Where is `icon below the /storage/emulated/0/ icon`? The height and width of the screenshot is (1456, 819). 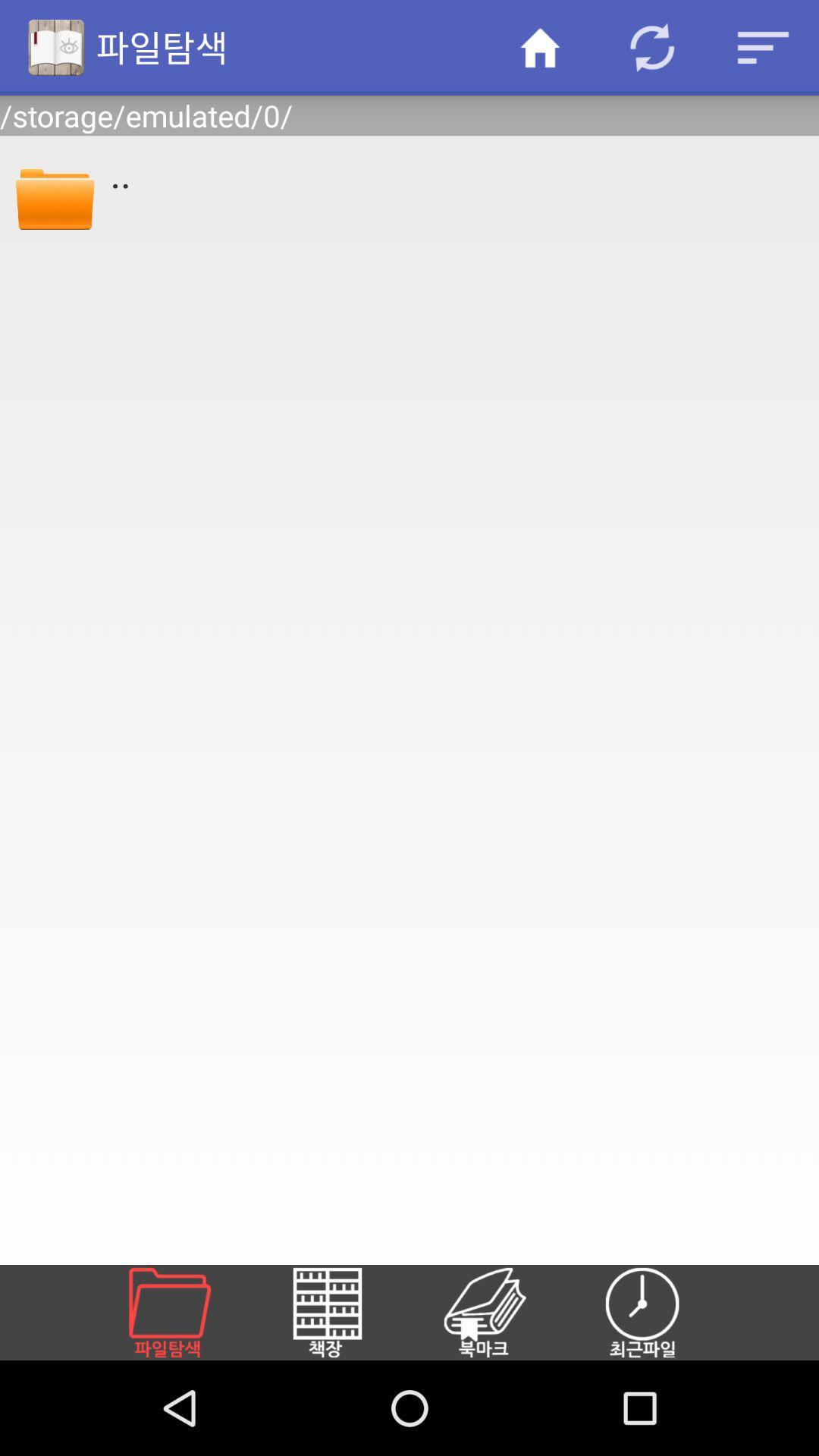 icon below the /storage/emulated/0/ icon is located at coordinates (54, 195).